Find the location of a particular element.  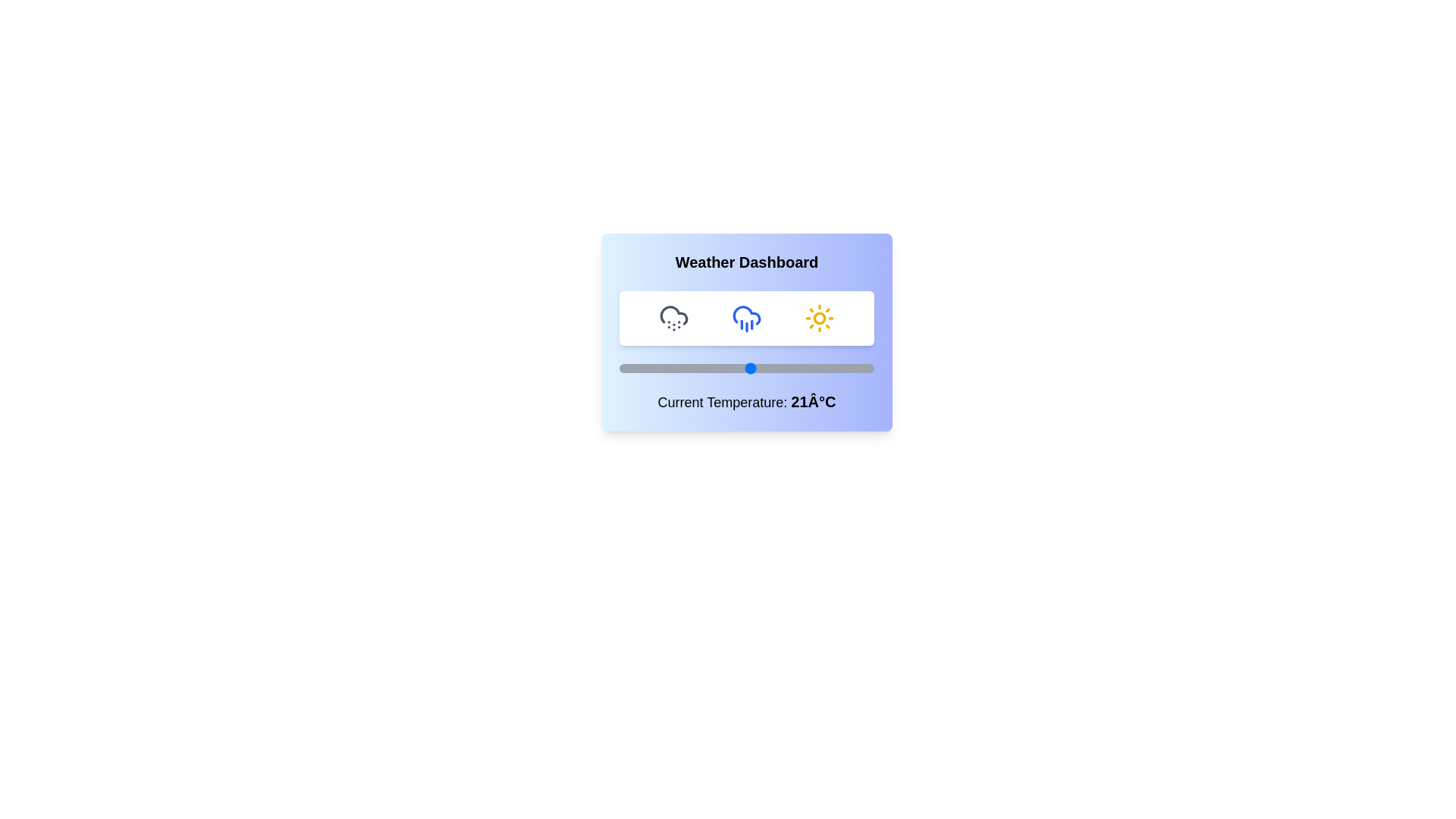

the temperature slider to set the temperature to -1°C is located at coordinates (657, 369).